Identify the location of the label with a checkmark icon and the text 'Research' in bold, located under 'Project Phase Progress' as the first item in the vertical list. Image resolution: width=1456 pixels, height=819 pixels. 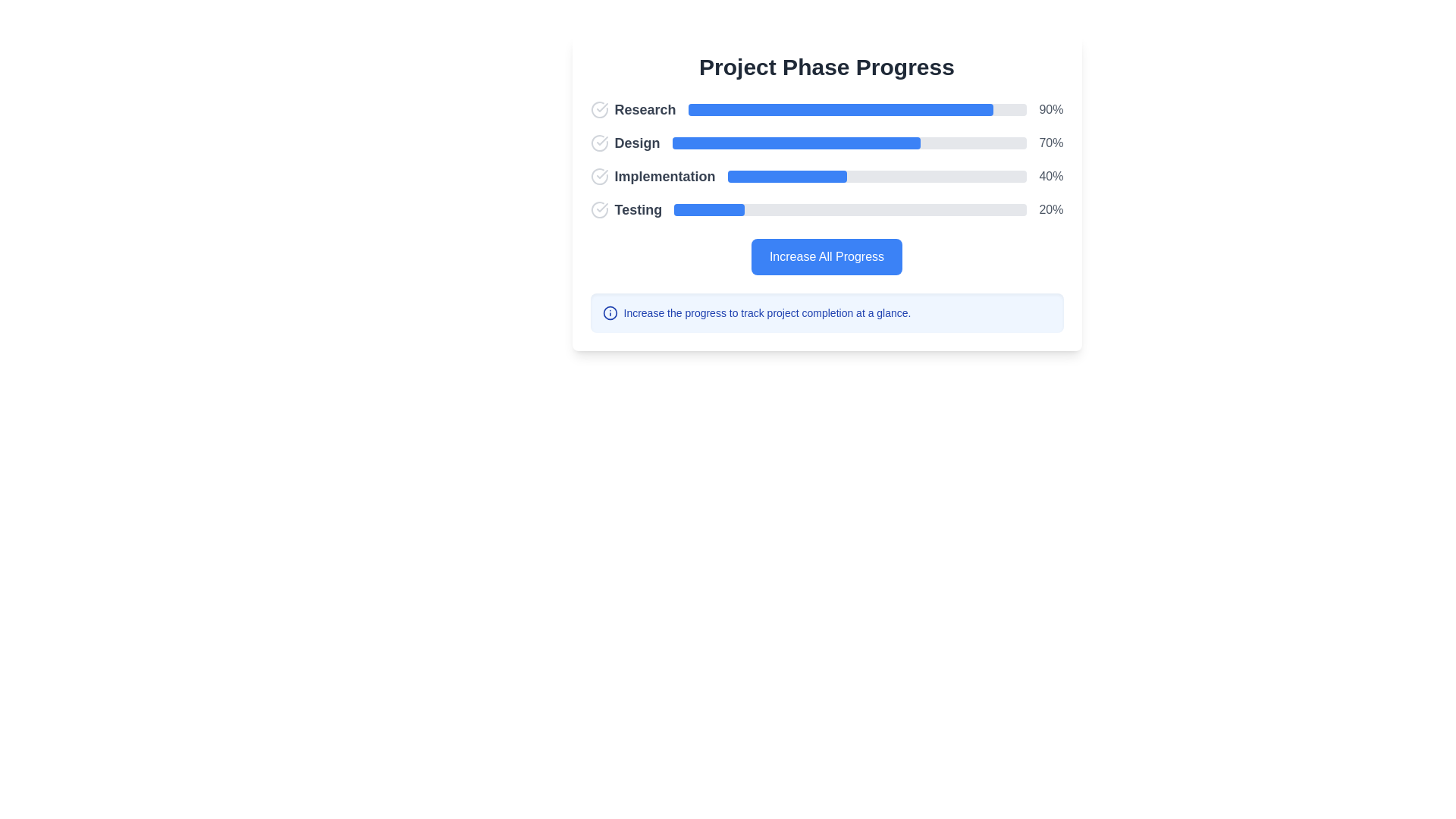
(633, 109).